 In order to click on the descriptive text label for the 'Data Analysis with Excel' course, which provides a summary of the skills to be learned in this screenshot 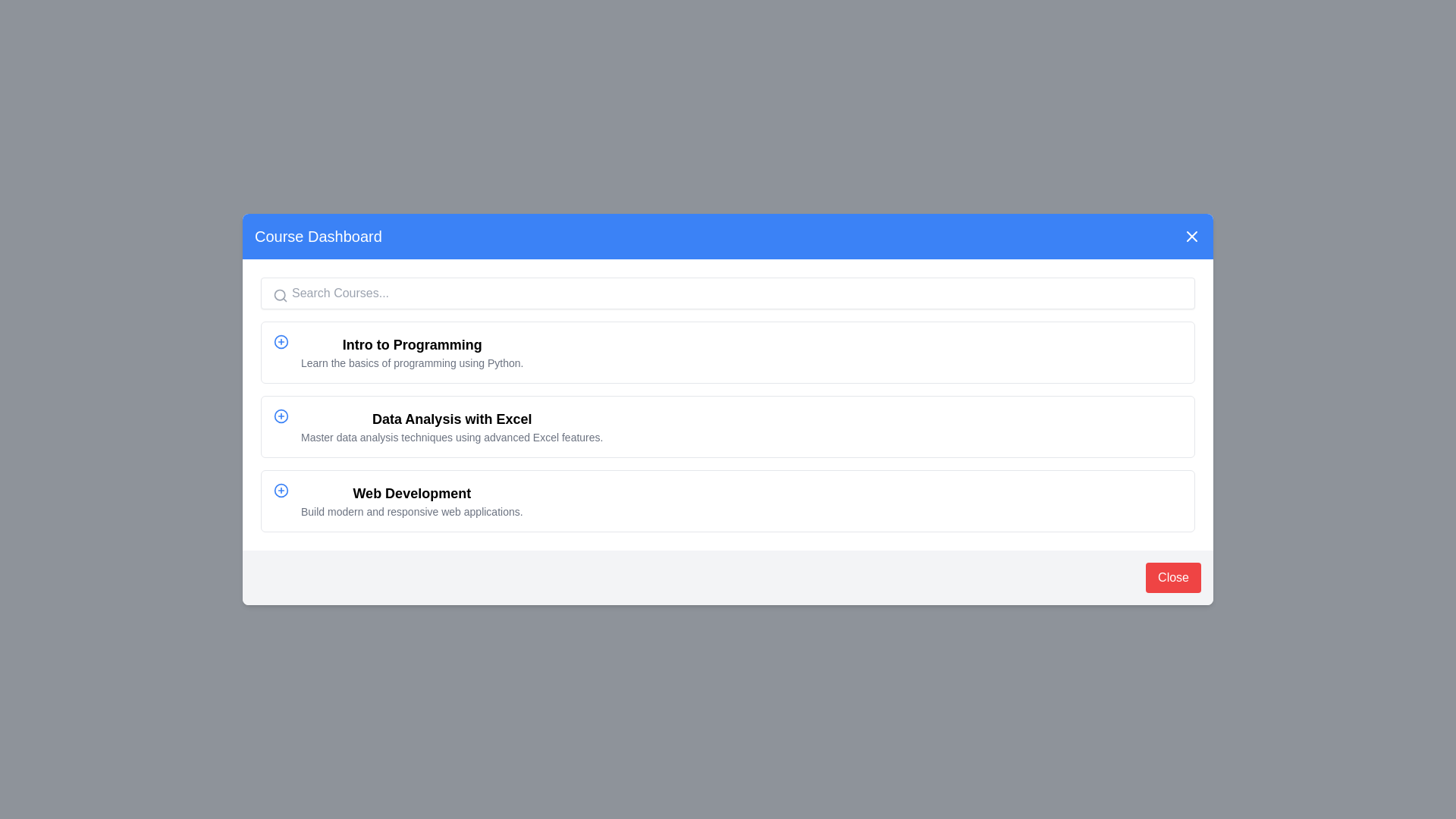, I will do `click(451, 438)`.